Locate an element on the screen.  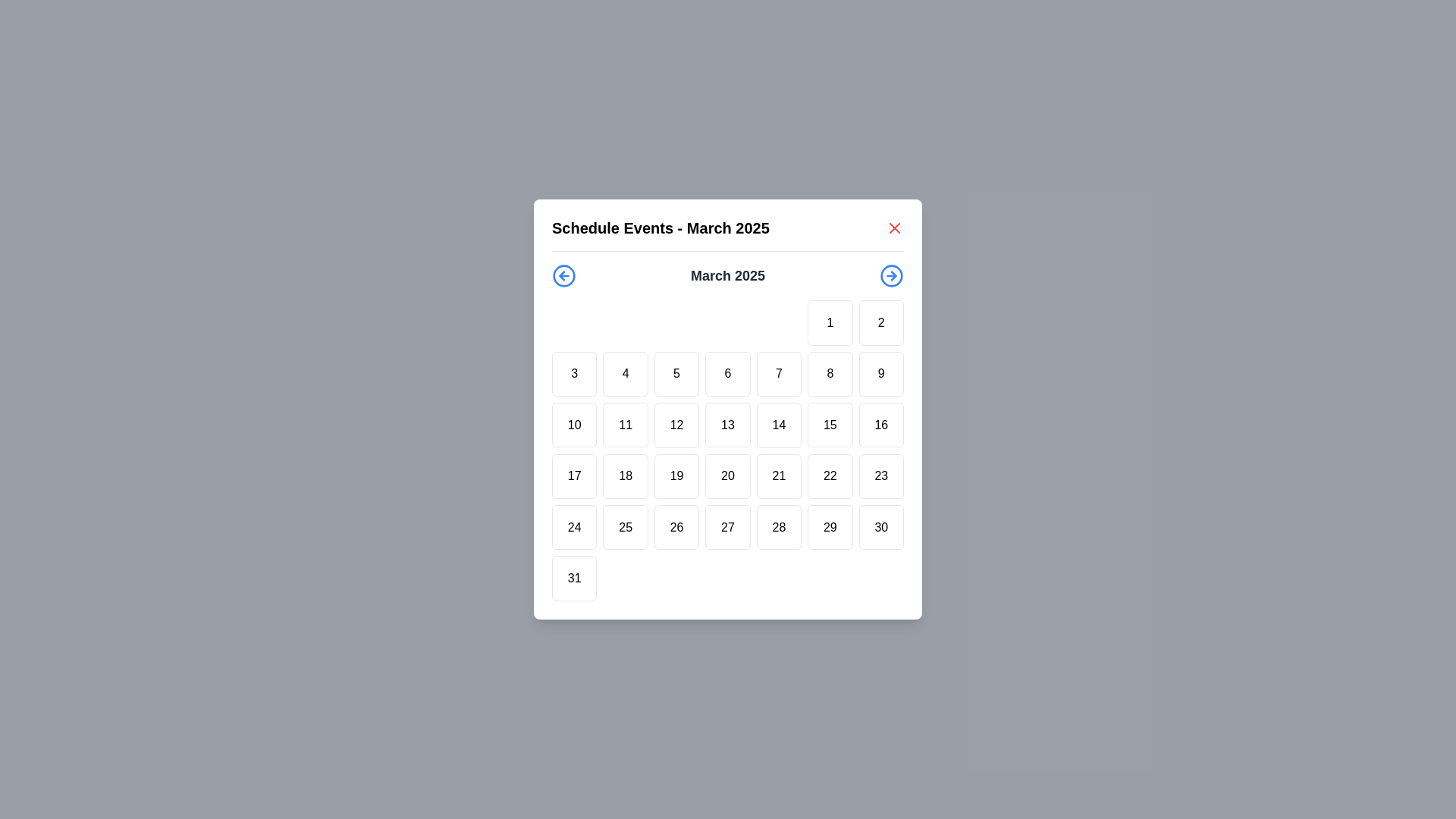
the square-shaped button with a white background and the black number '7' centered inside, located in the second row of the grid under the modal popover labeled 'Schedule Events - March 2025' is located at coordinates (779, 374).